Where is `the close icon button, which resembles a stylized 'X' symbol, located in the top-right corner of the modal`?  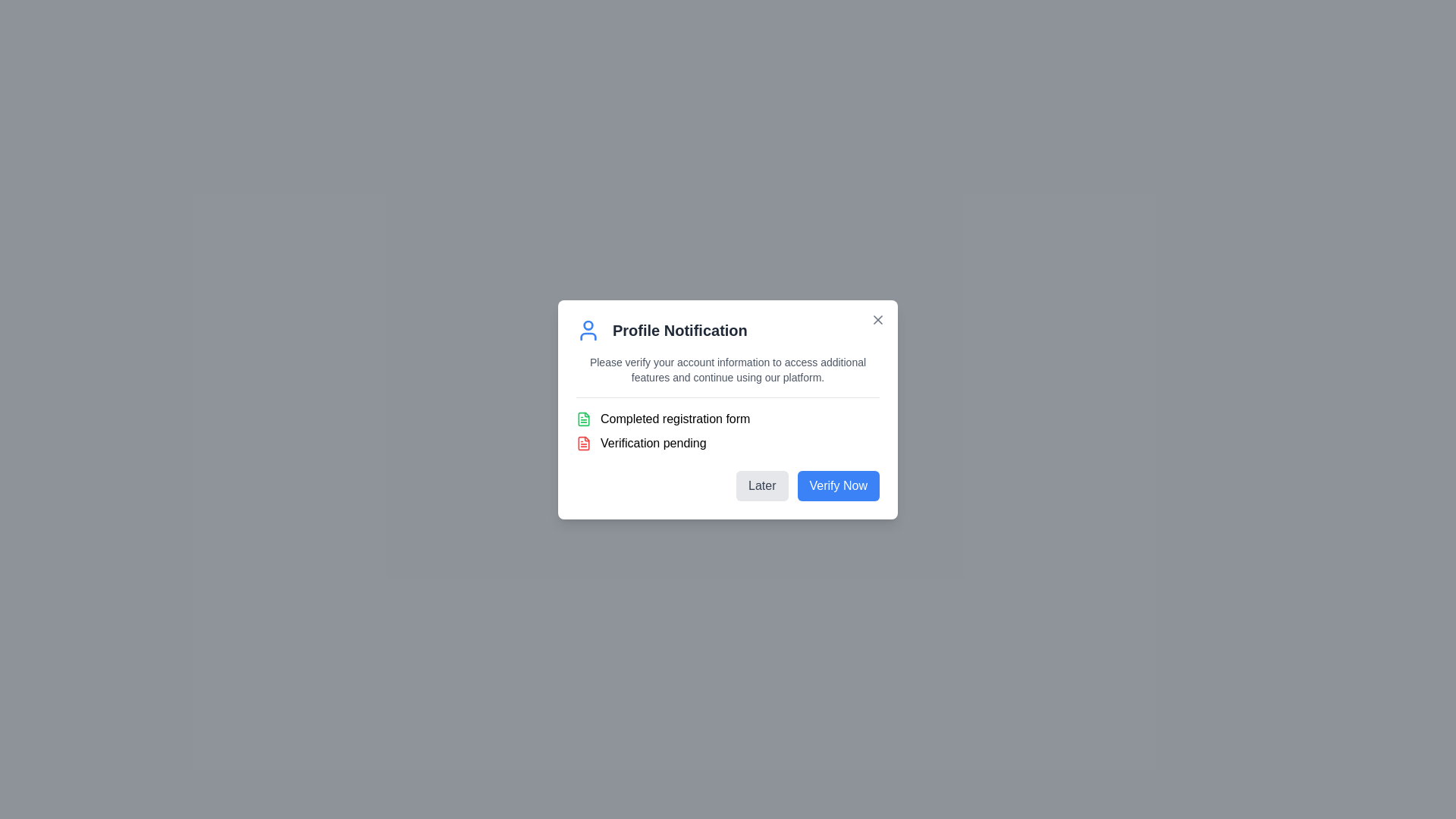
the close icon button, which resembles a stylized 'X' symbol, located in the top-right corner of the modal is located at coordinates (877, 318).